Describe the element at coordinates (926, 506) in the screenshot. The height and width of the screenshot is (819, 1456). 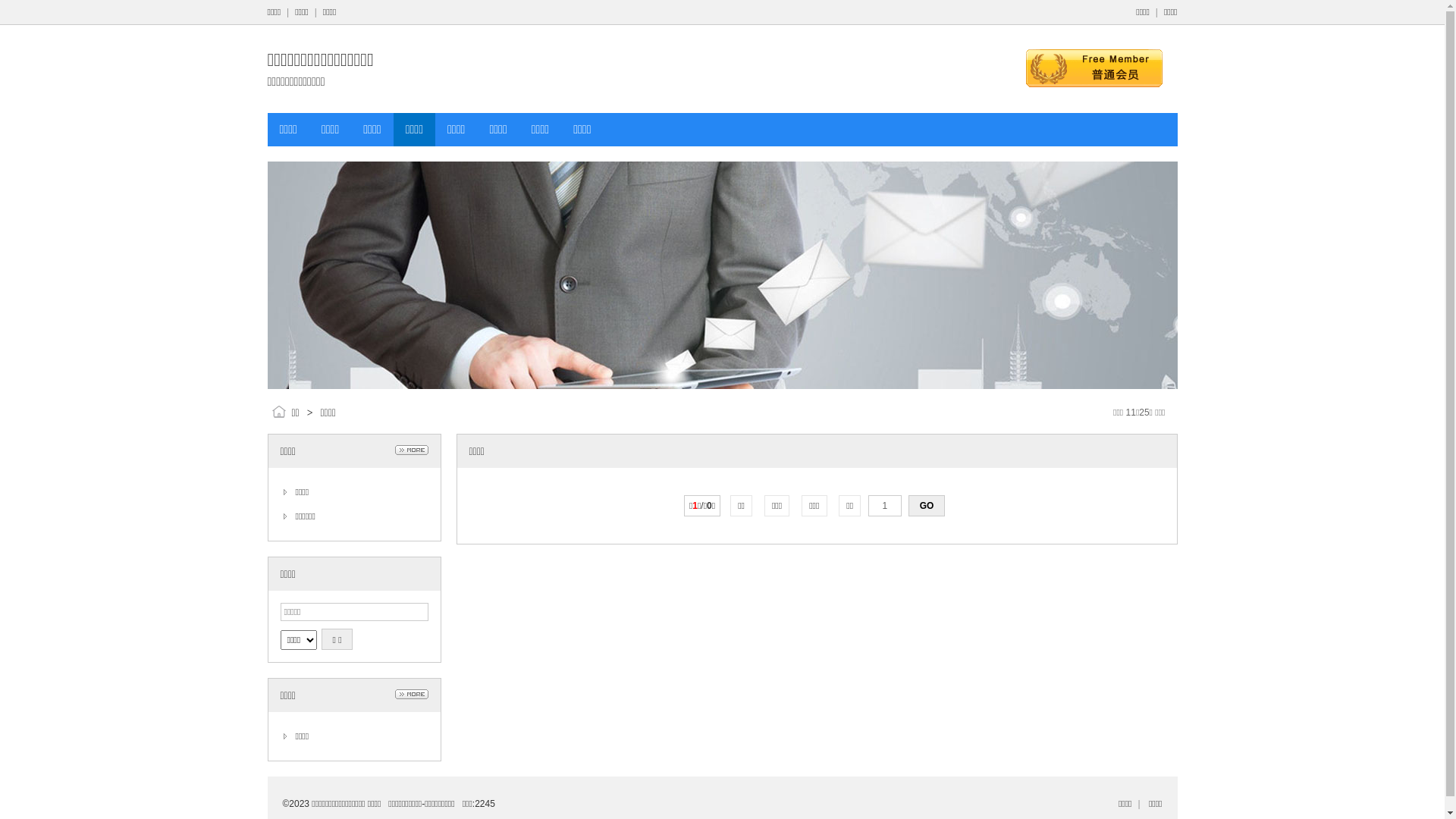
I see `'GO'` at that location.